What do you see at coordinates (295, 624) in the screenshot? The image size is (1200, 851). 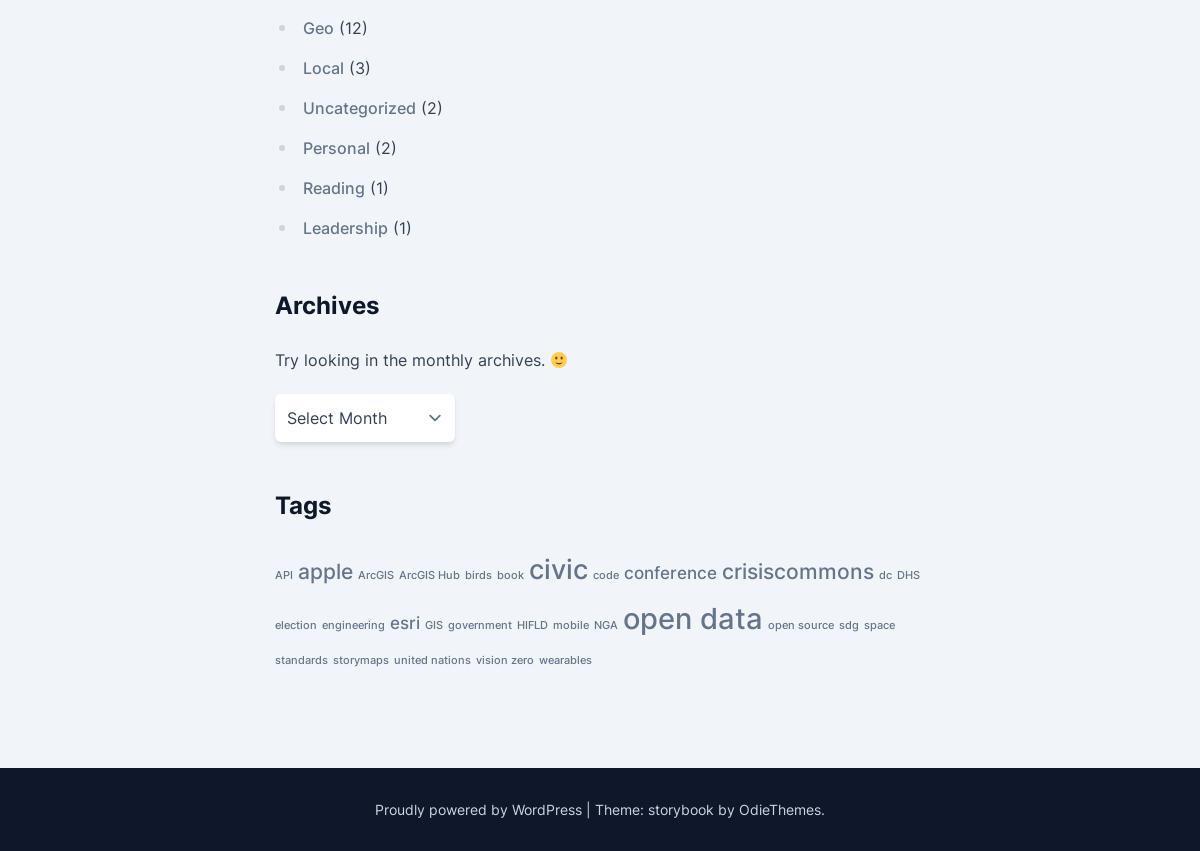 I see `'election'` at bounding box center [295, 624].